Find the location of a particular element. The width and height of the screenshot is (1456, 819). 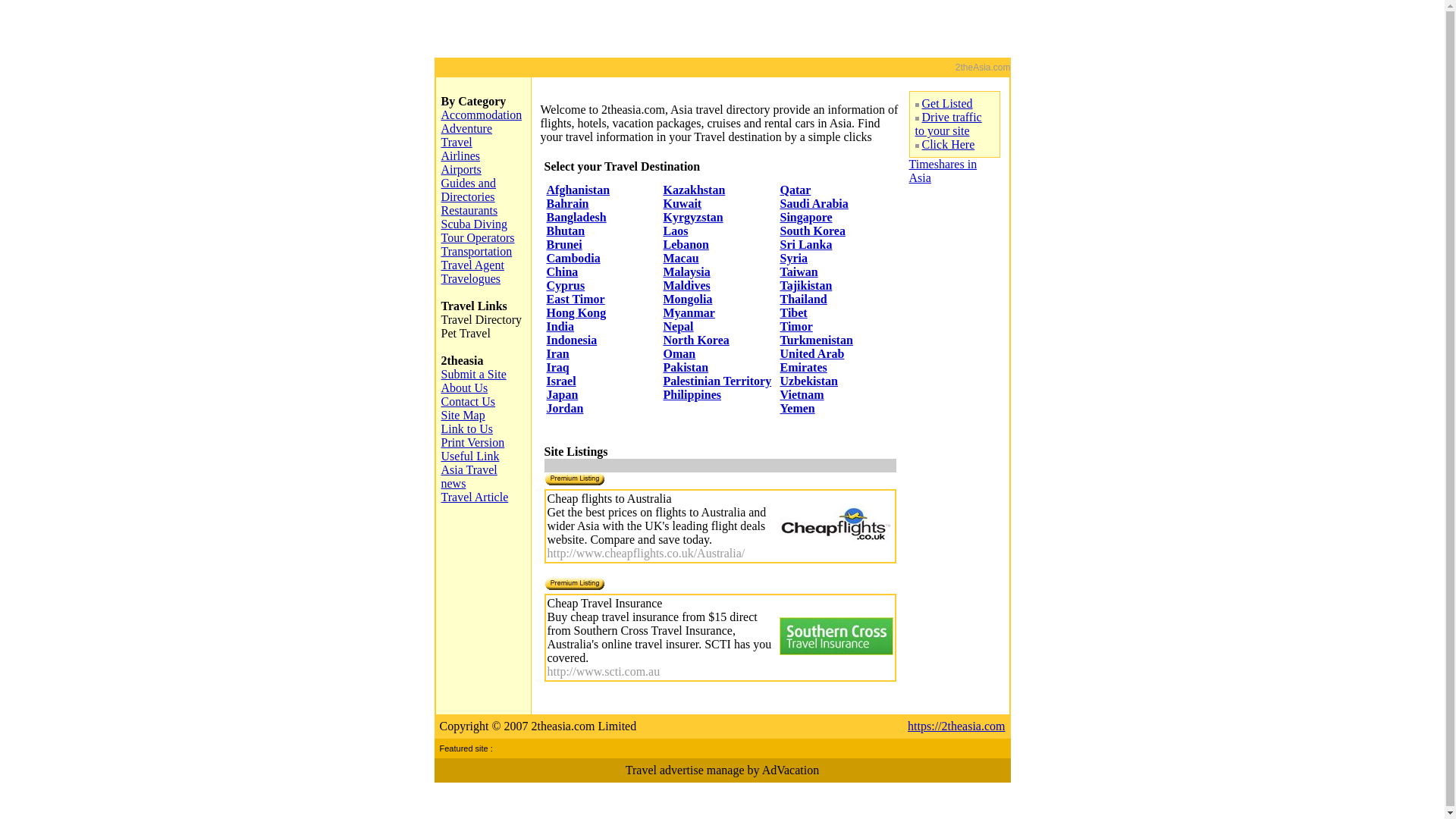

'Click Here' is located at coordinates (948, 144).